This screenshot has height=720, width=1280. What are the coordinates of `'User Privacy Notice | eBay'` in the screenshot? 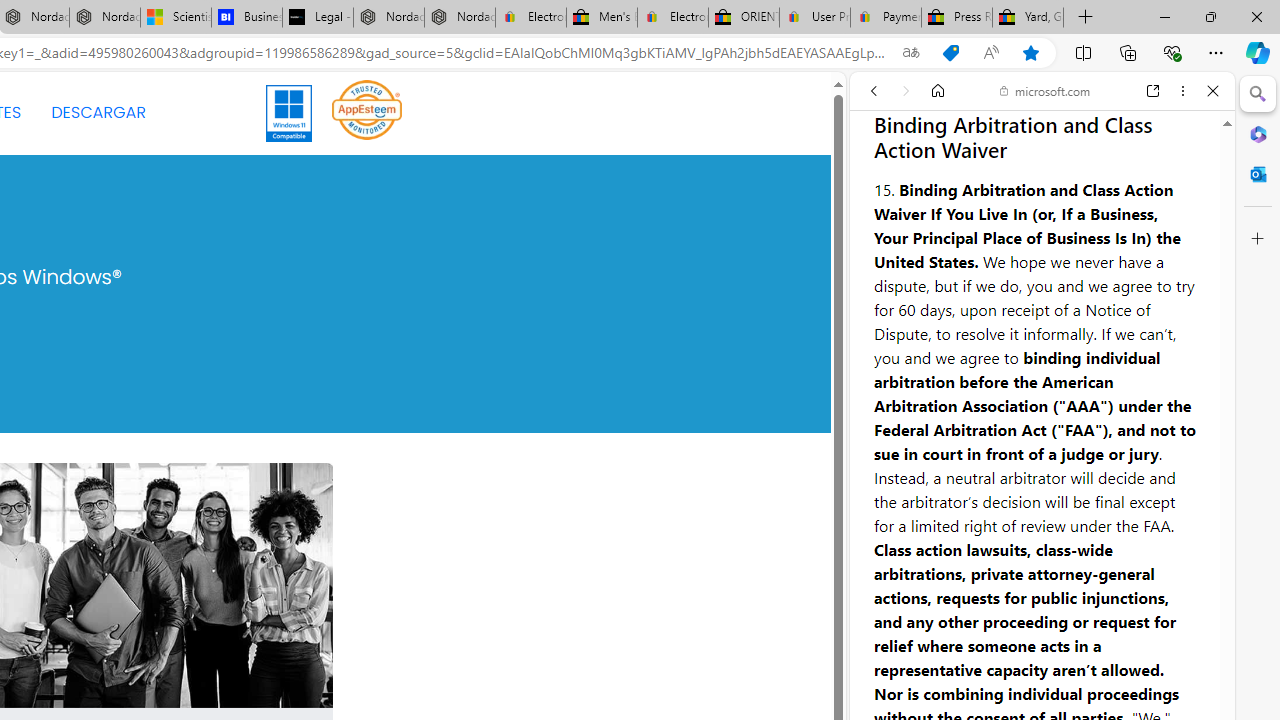 It's located at (814, 17).